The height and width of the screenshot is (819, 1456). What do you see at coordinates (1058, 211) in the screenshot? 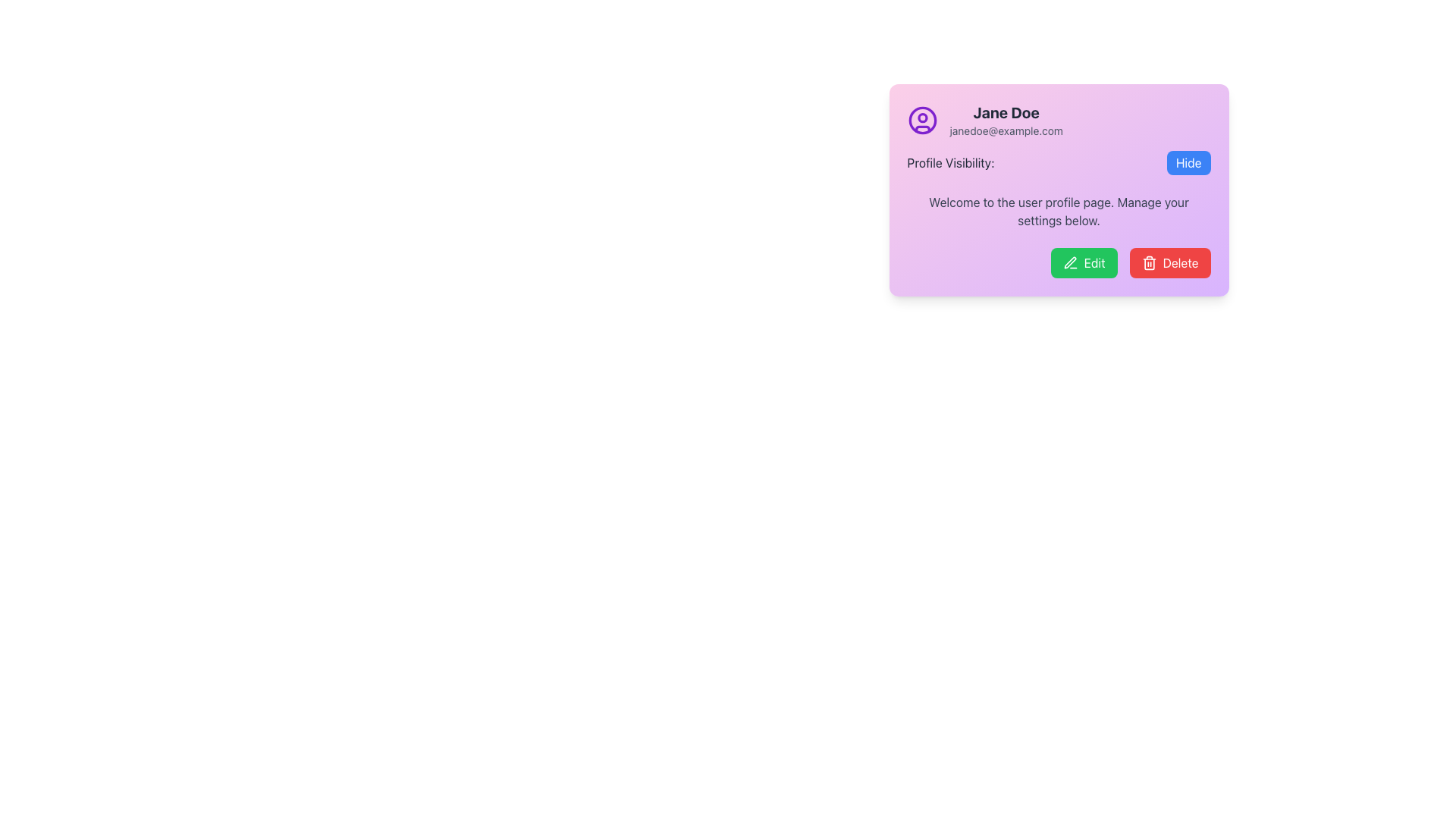
I see `the informative Text label located within the rectangular card on the user profile page, positioned below the 'Profile Visibility' label and above the 'Edit' and 'Delete' buttons` at bounding box center [1058, 211].